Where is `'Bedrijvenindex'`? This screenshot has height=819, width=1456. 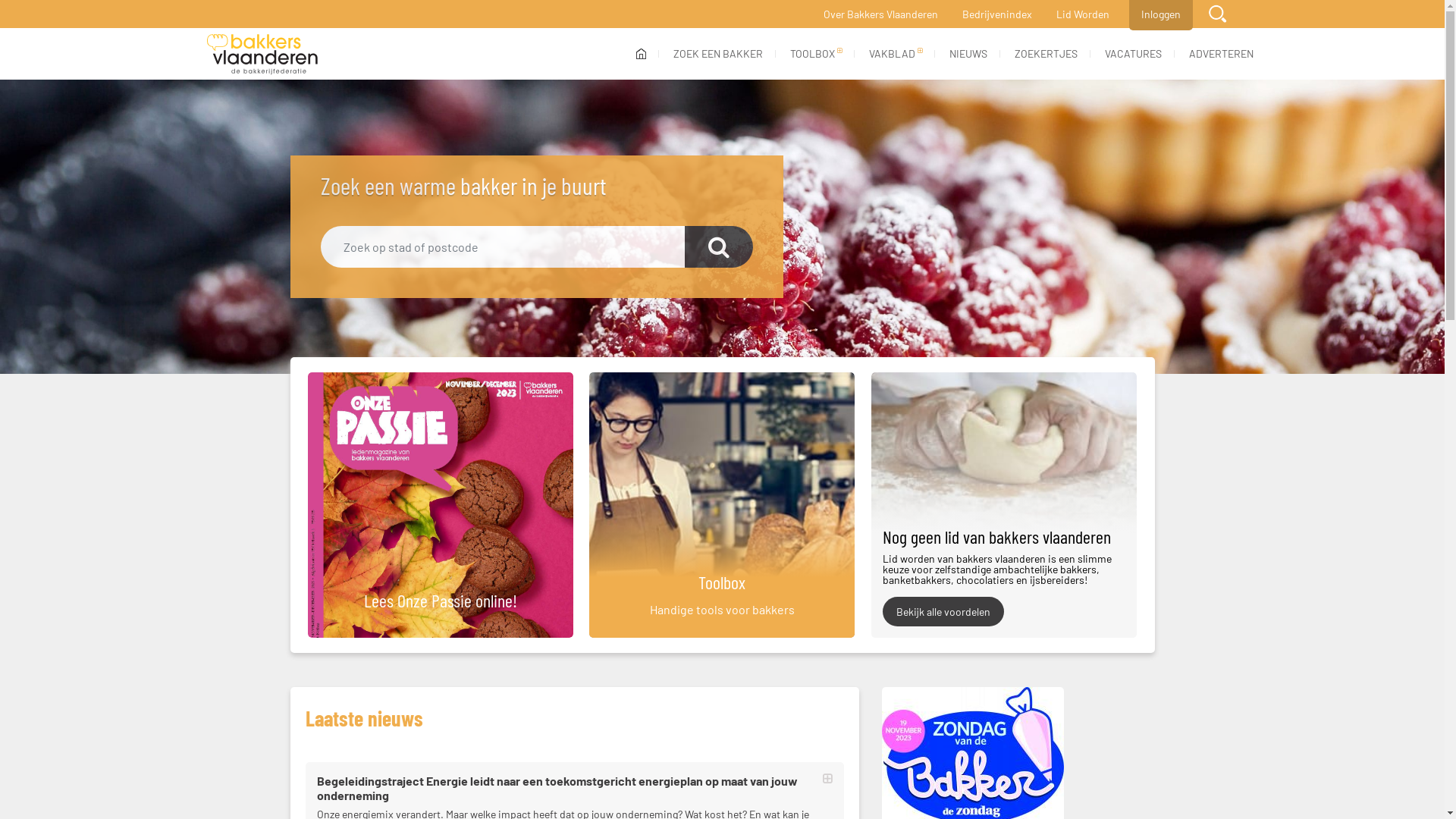 'Bedrijvenindex' is located at coordinates (996, 14).